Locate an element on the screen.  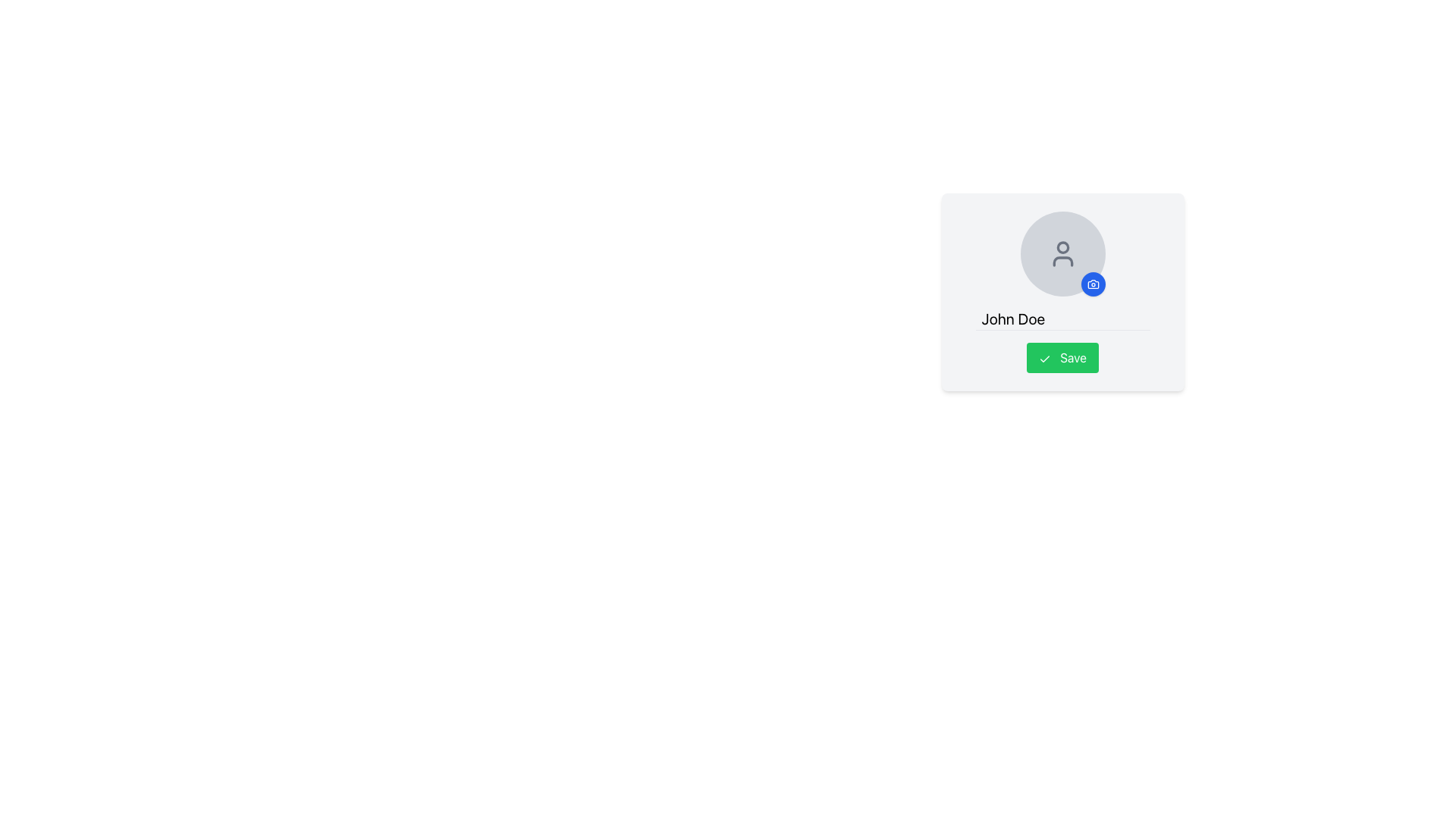
the 'Edit Profile Picture' icon button located inside a blue circular button at the bottom-right of the profile picture/avatar is located at coordinates (1093, 284).